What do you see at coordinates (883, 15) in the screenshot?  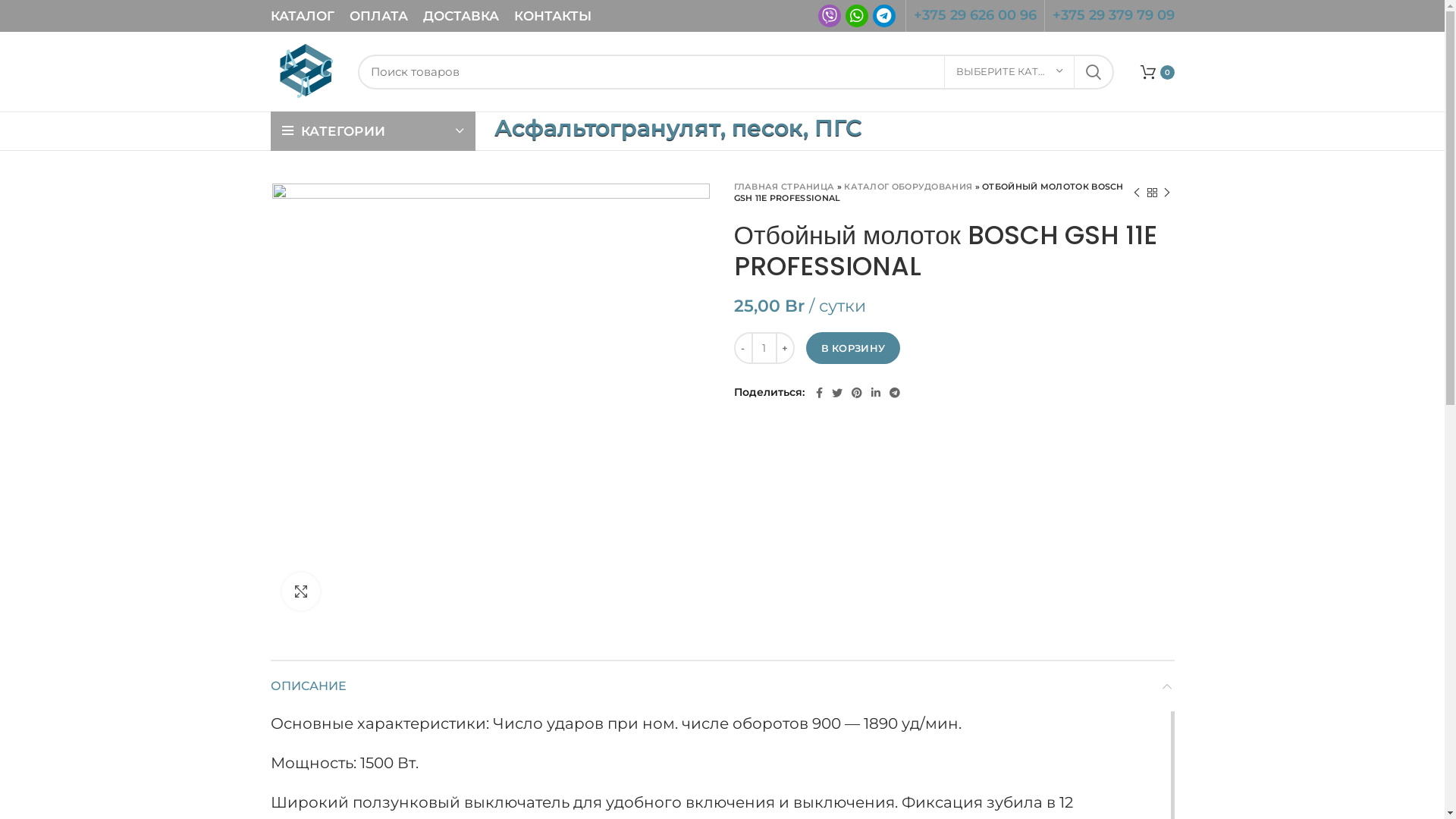 I see `'Telegram'` at bounding box center [883, 15].